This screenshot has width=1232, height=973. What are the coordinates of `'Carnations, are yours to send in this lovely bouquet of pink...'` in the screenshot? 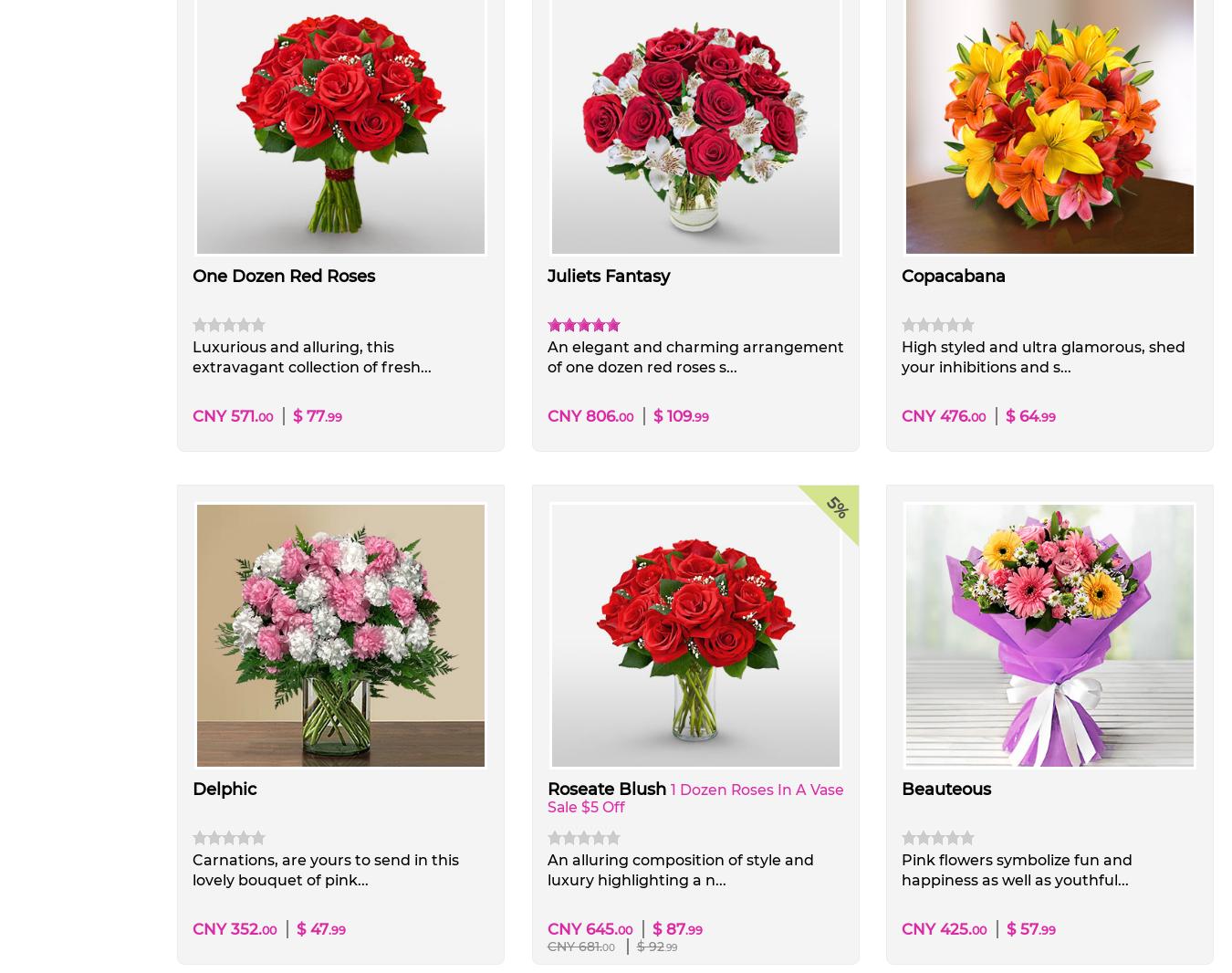 It's located at (325, 869).